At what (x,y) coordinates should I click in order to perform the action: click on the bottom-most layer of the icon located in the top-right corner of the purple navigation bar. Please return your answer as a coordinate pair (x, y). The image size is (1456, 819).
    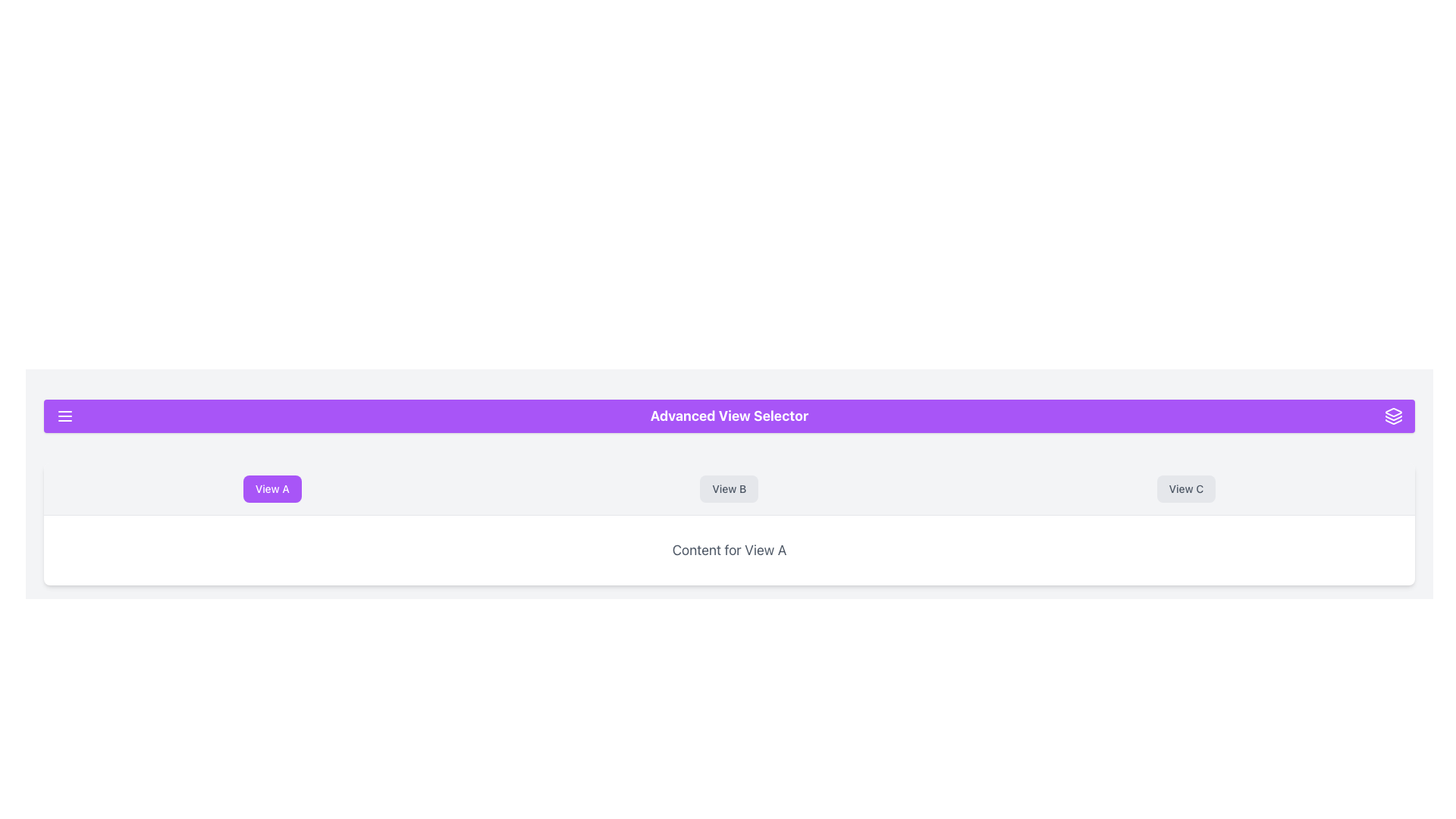
    Looking at the image, I should click on (1394, 422).